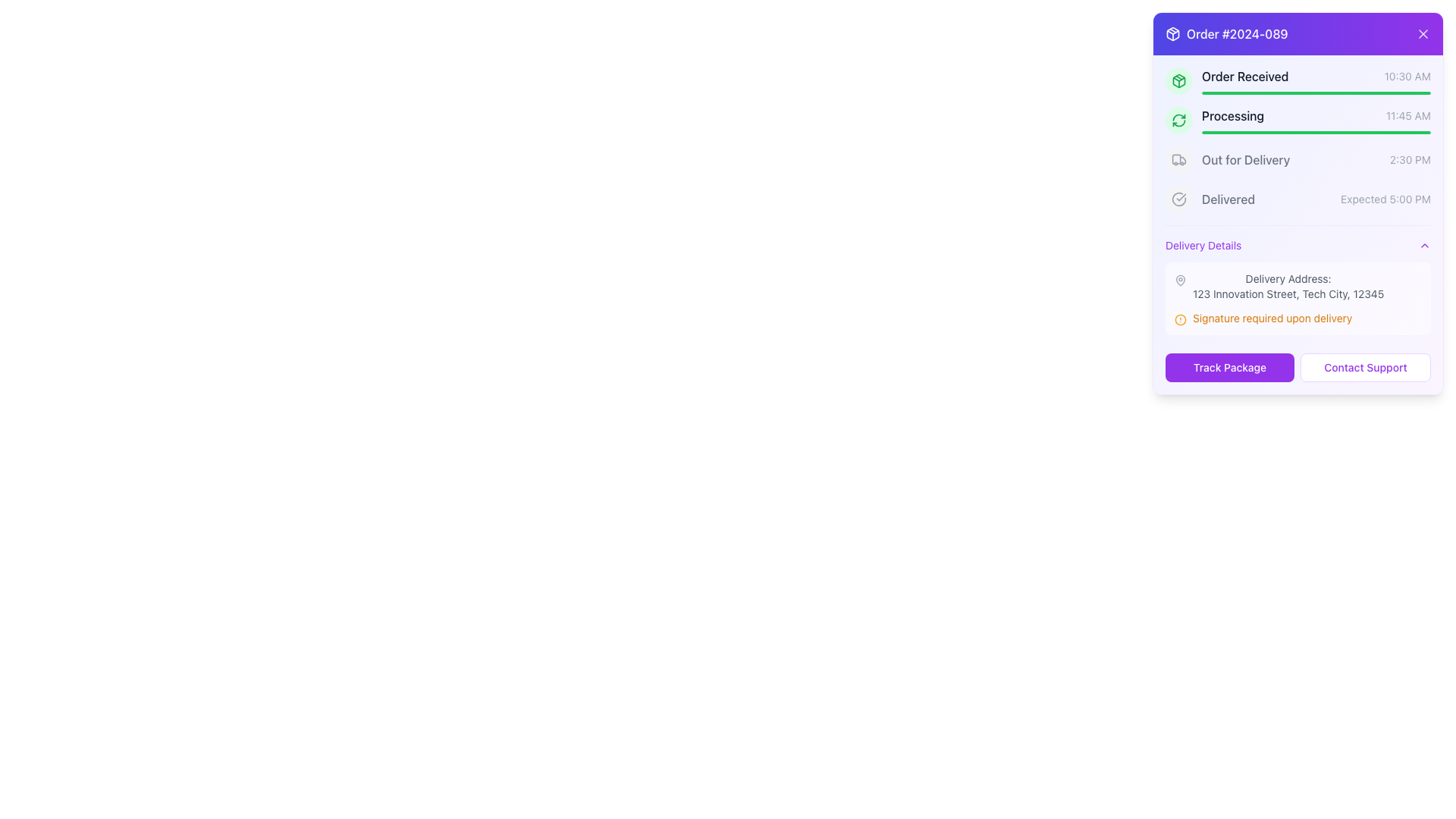  Describe the element at coordinates (1385, 198) in the screenshot. I see `the static text label that indicates the expected delivery time, located to the right of the 'Delivered' label in the delivery statuses list` at that location.